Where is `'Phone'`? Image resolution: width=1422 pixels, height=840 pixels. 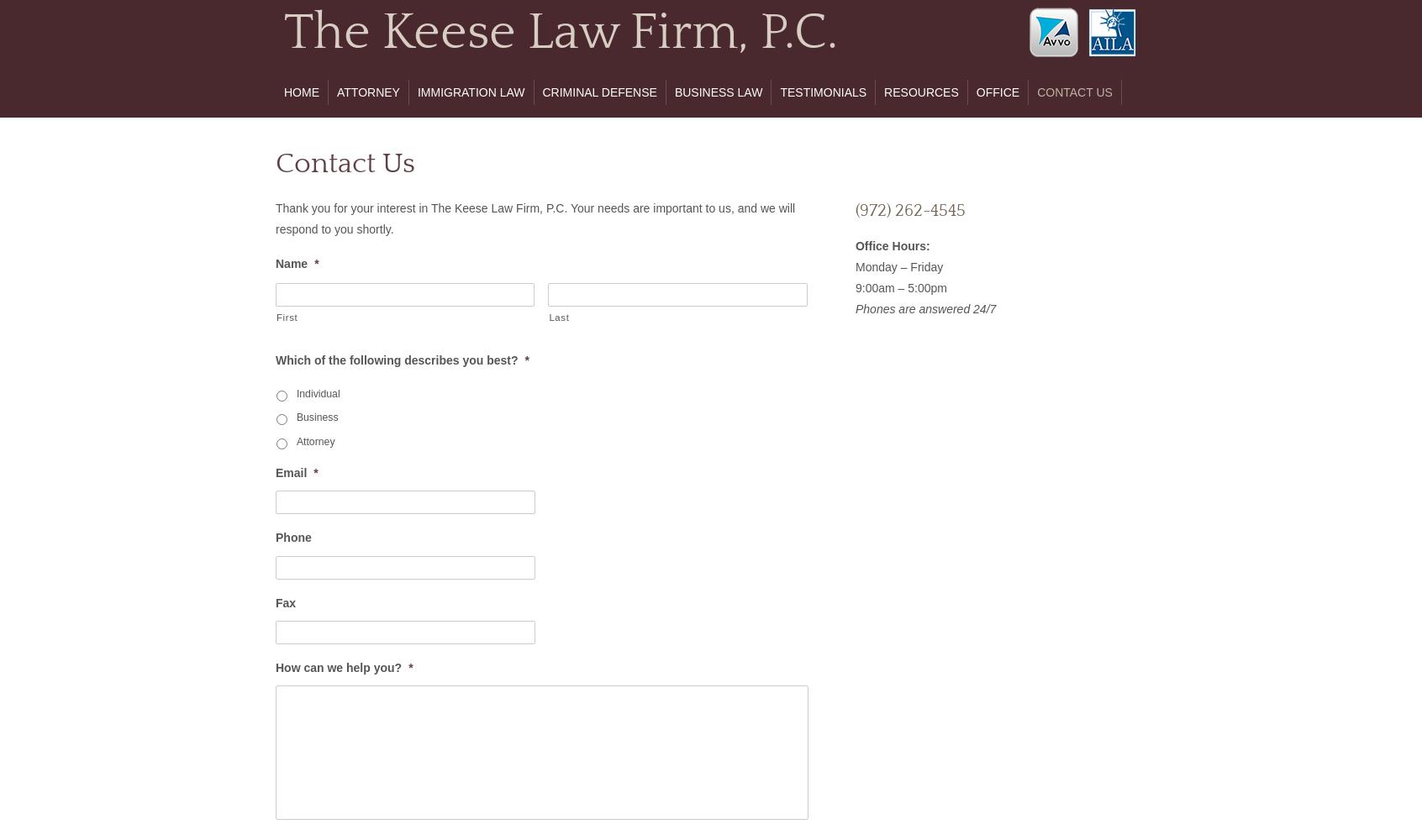 'Phone' is located at coordinates (292, 538).